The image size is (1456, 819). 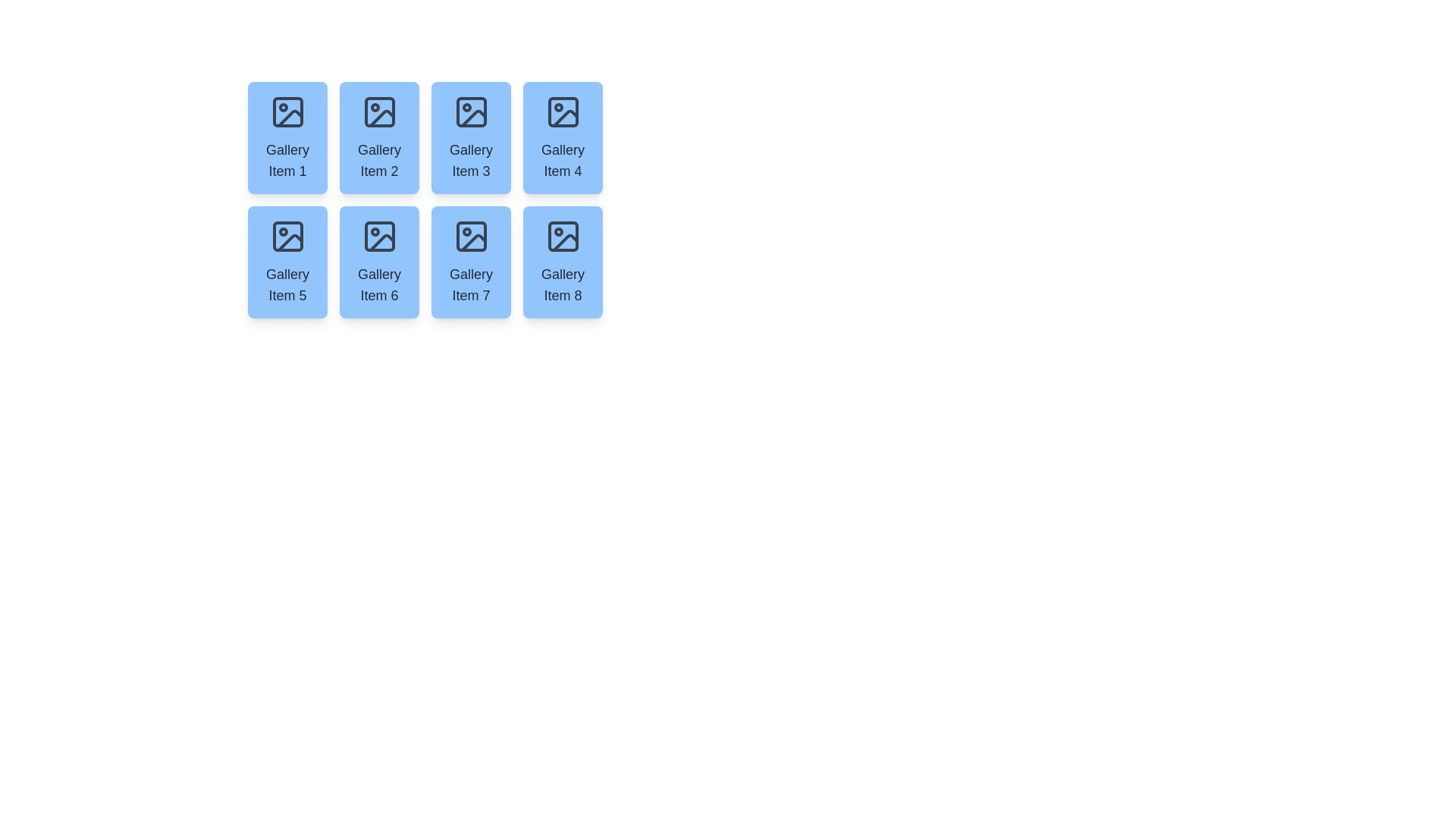 I want to click on the icon representing 'Gallery Item 1', which is located at the upper-center part of its button-like component, so click(x=287, y=111).